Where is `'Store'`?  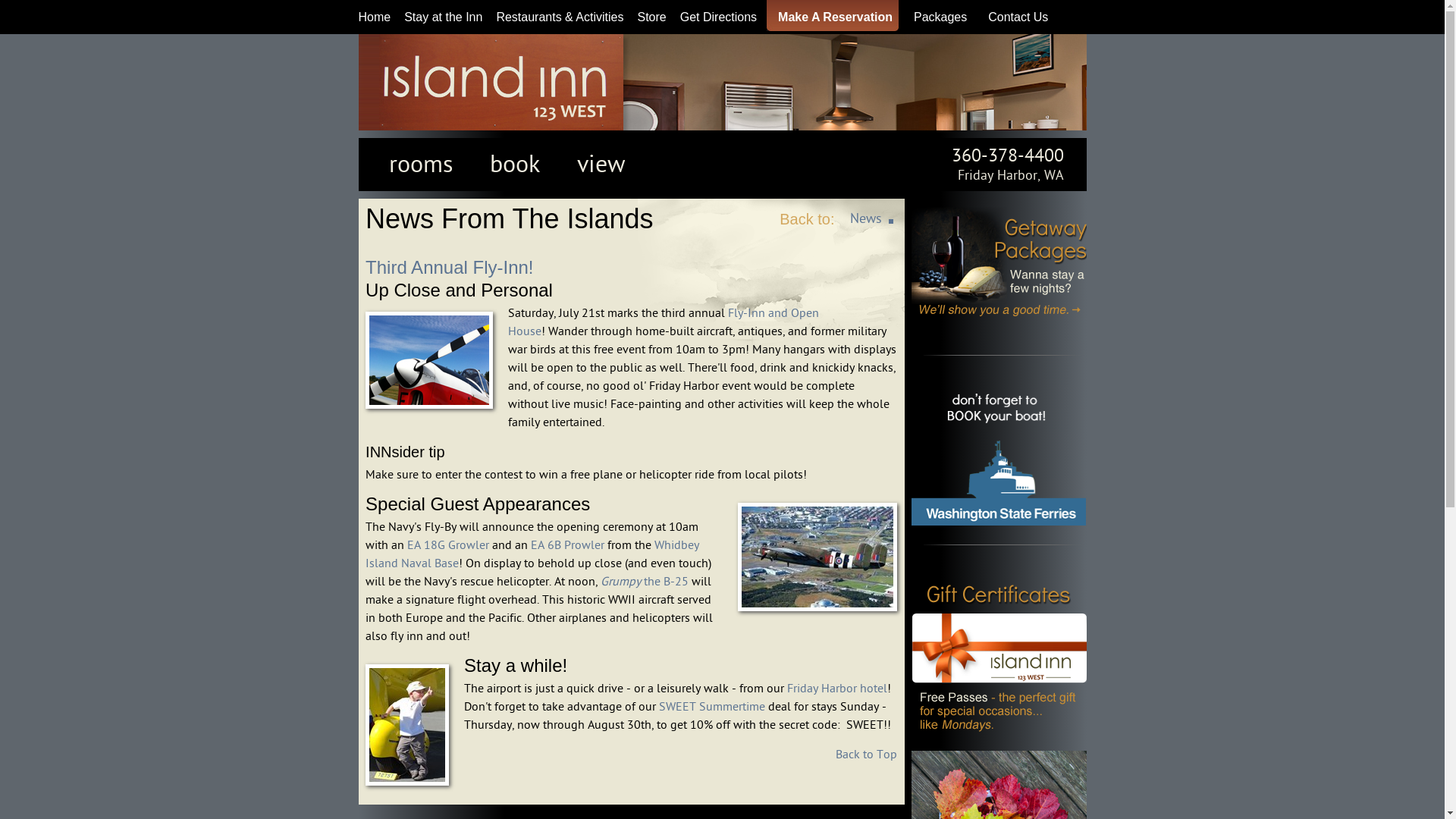 'Store' is located at coordinates (651, 17).